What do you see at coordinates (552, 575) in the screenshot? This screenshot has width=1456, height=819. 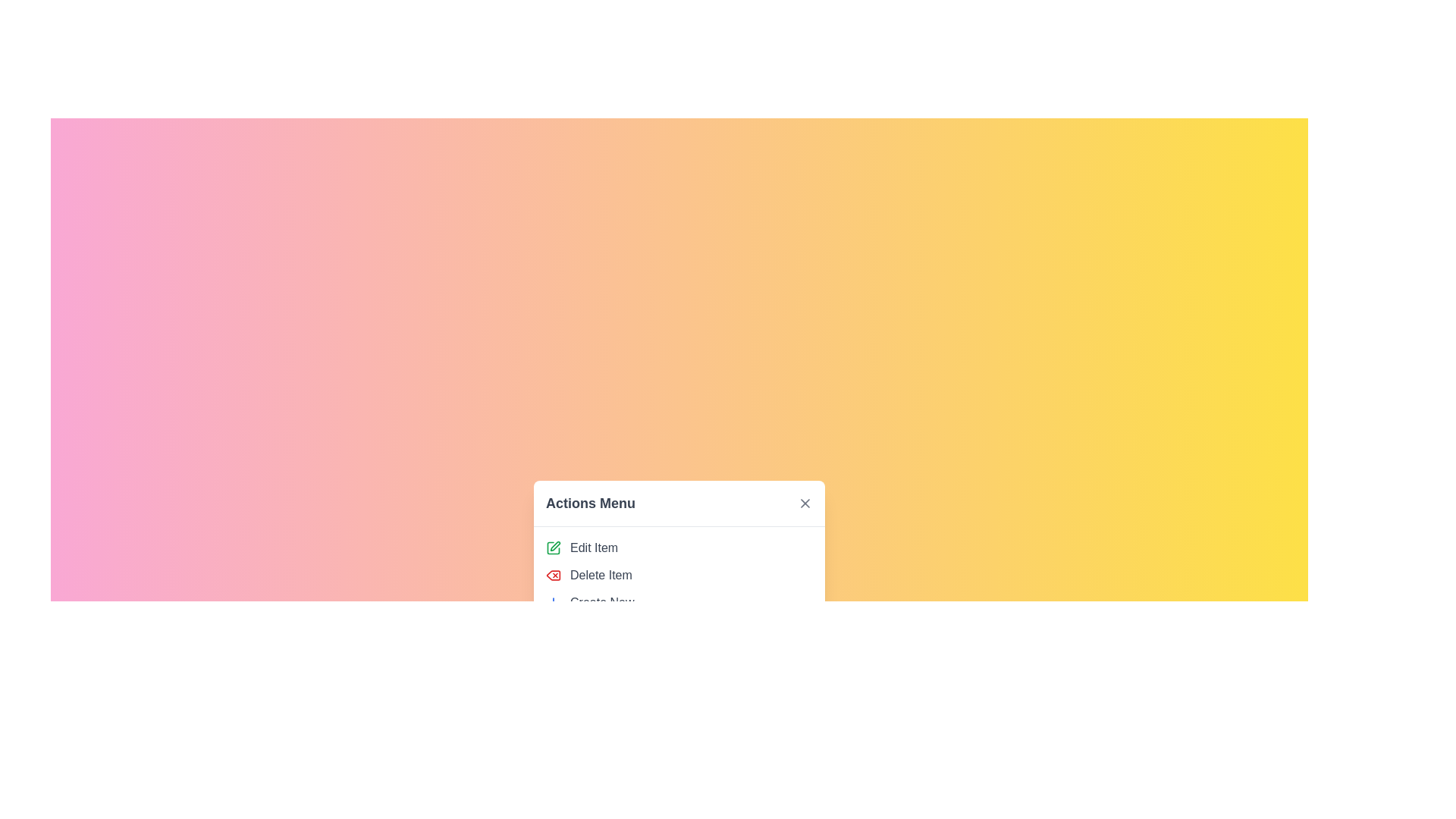 I see `the Icon Button that resembles a red trash bin with an 'x' overlay, located under the 'Delete Item' label in the action list` at bounding box center [552, 575].